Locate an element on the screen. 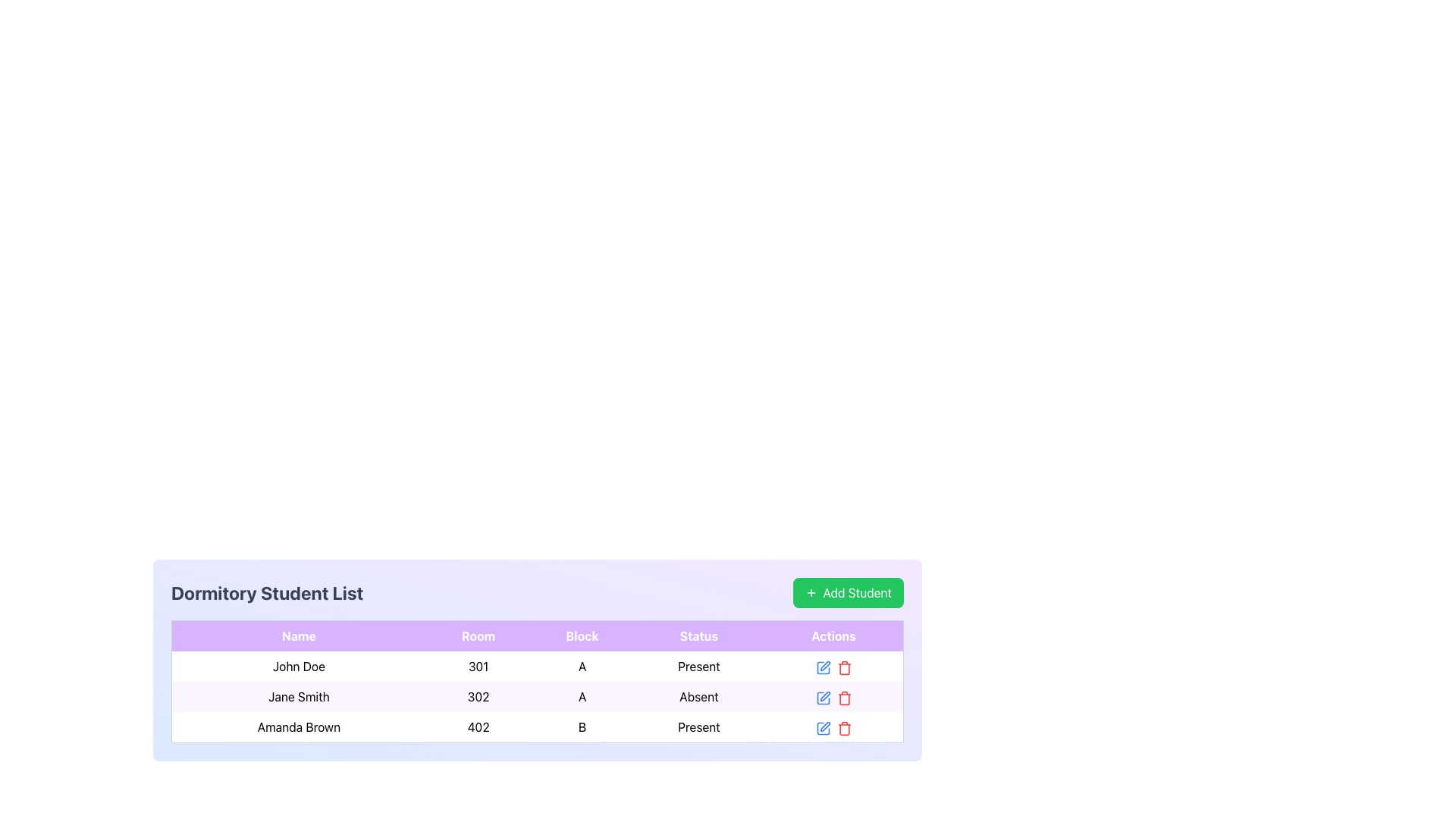 The width and height of the screenshot is (1456, 819). the text label displaying the student's name in the third row of the 'Dormitory Student List' table, which is located in the 'Name' column is located at coordinates (299, 726).